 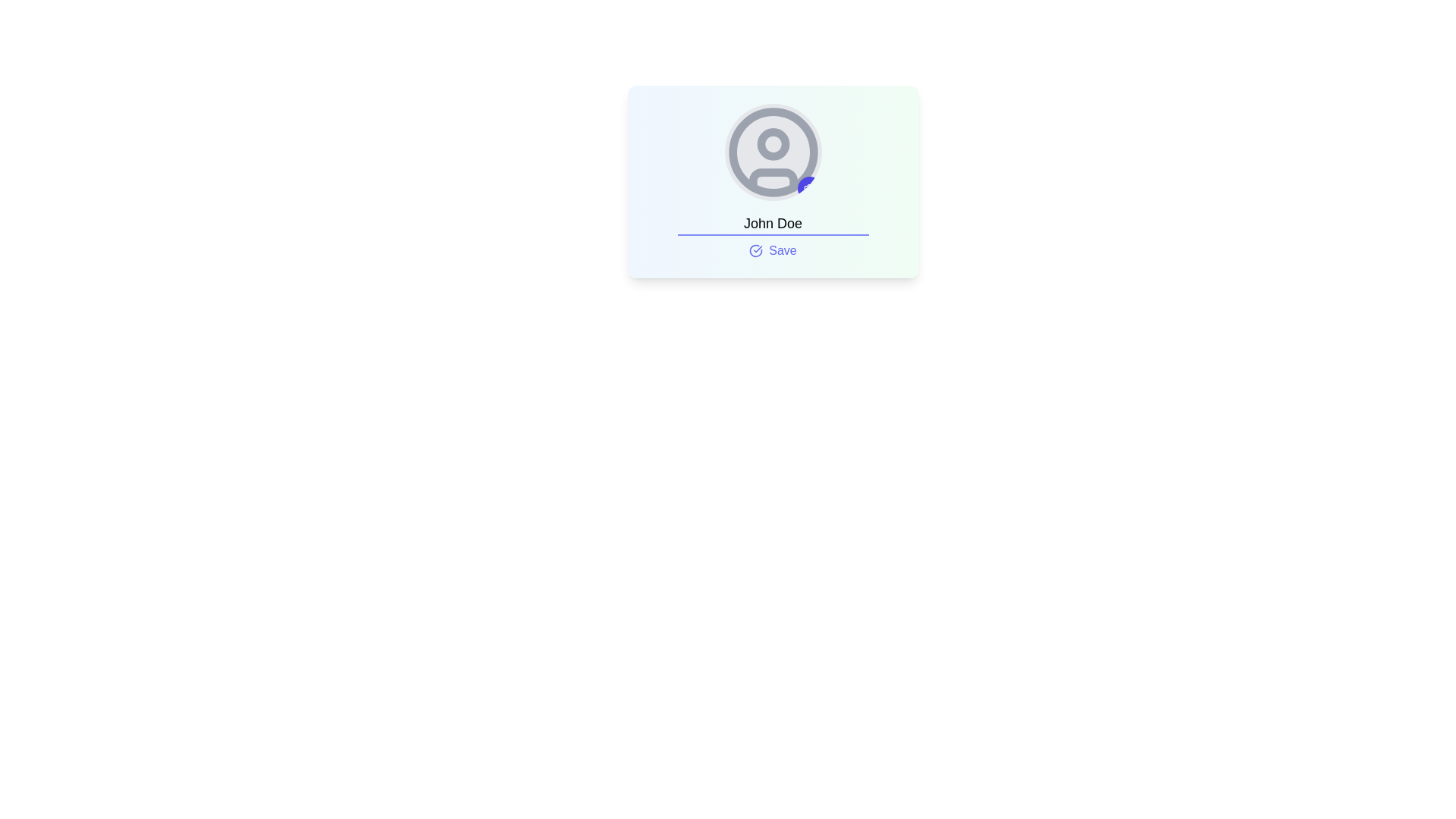 I want to click on the 'Save' button, so click(x=773, y=250).